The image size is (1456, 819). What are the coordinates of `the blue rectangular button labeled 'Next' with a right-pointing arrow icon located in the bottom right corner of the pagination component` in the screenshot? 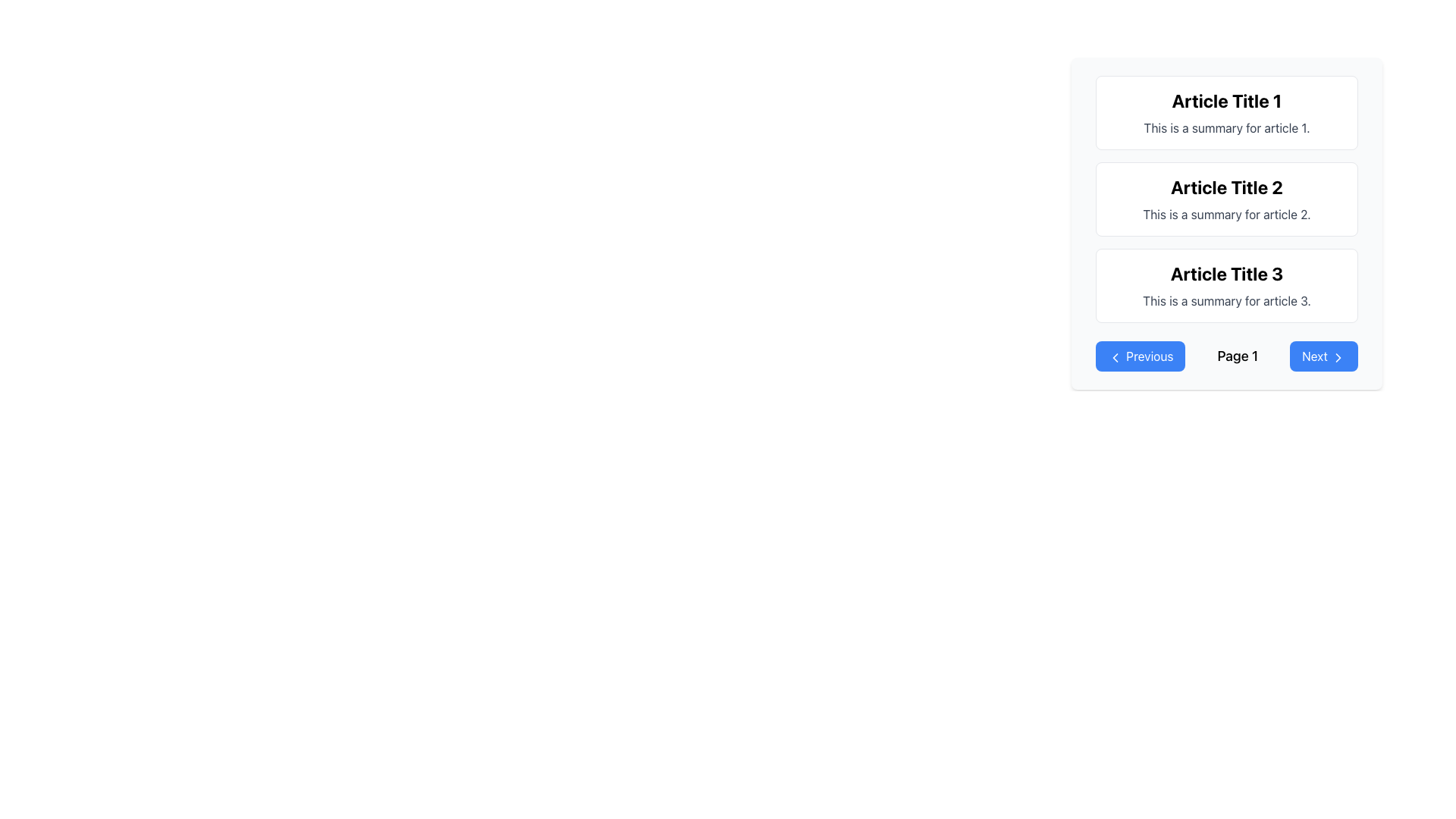 It's located at (1323, 356).